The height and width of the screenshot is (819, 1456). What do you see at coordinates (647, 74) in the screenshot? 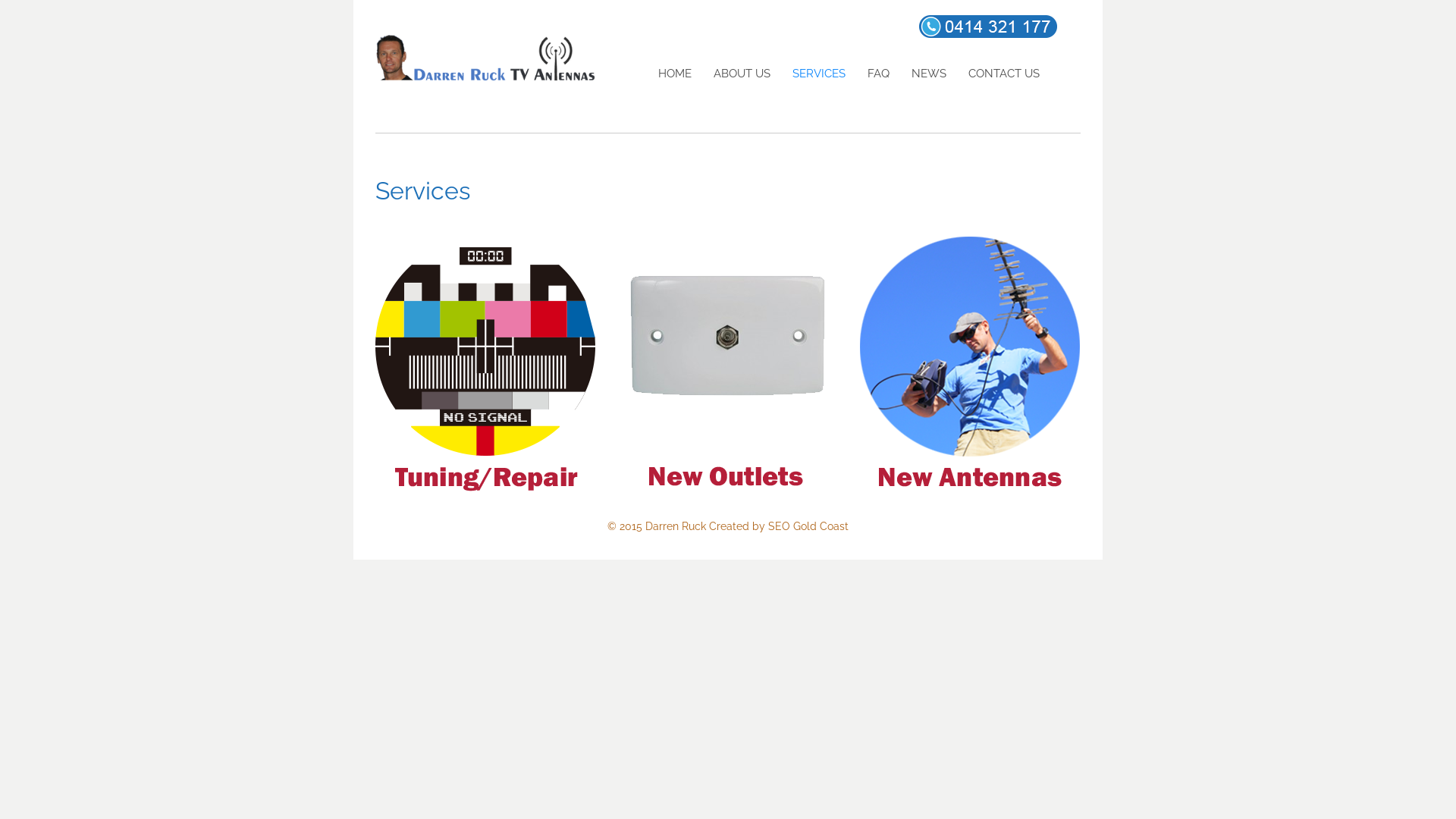
I see `'HOME'` at bounding box center [647, 74].